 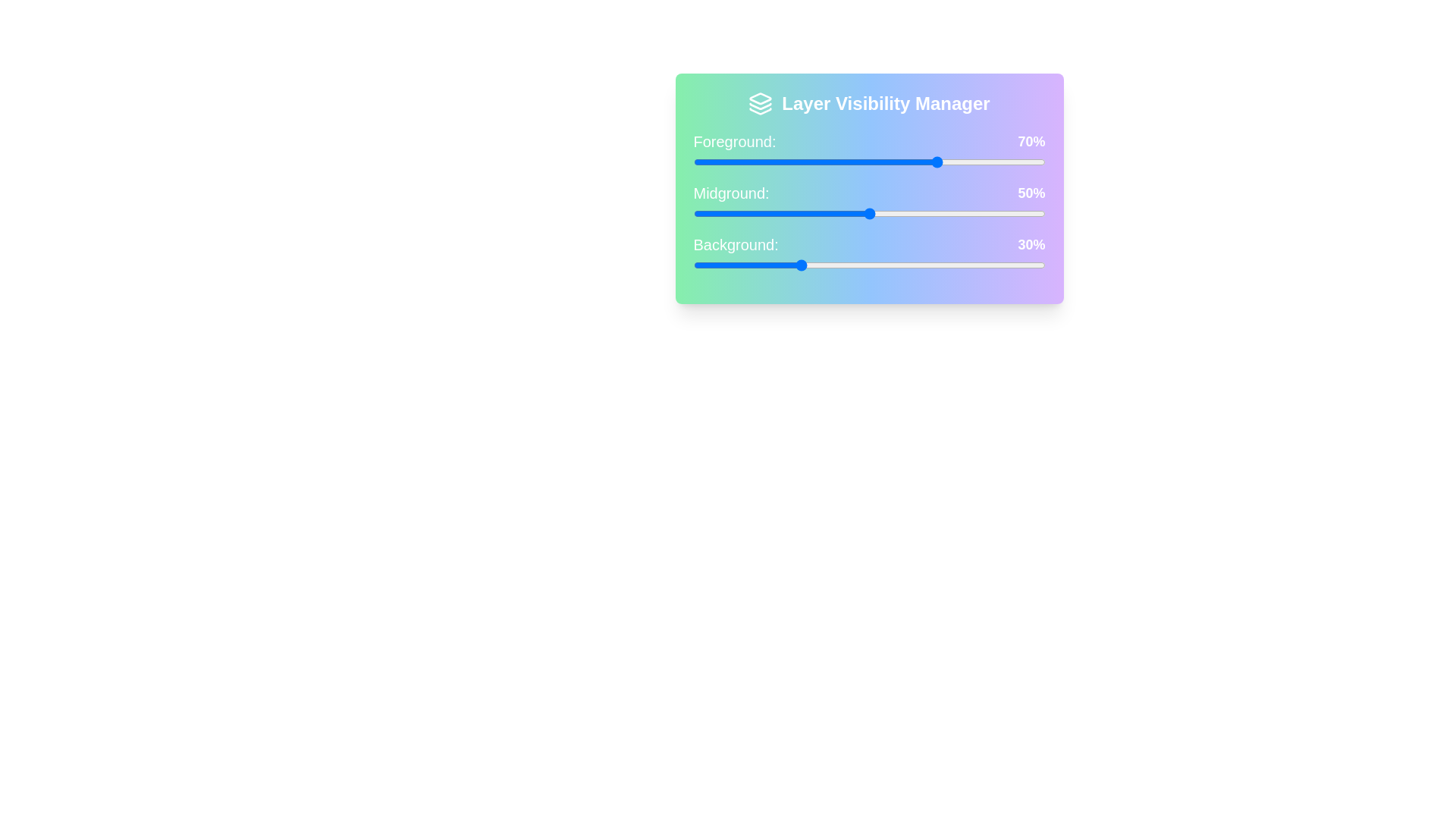 What do you see at coordinates (823, 213) in the screenshot?
I see `the Midground slider to 37%` at bounding box center [823, 213].